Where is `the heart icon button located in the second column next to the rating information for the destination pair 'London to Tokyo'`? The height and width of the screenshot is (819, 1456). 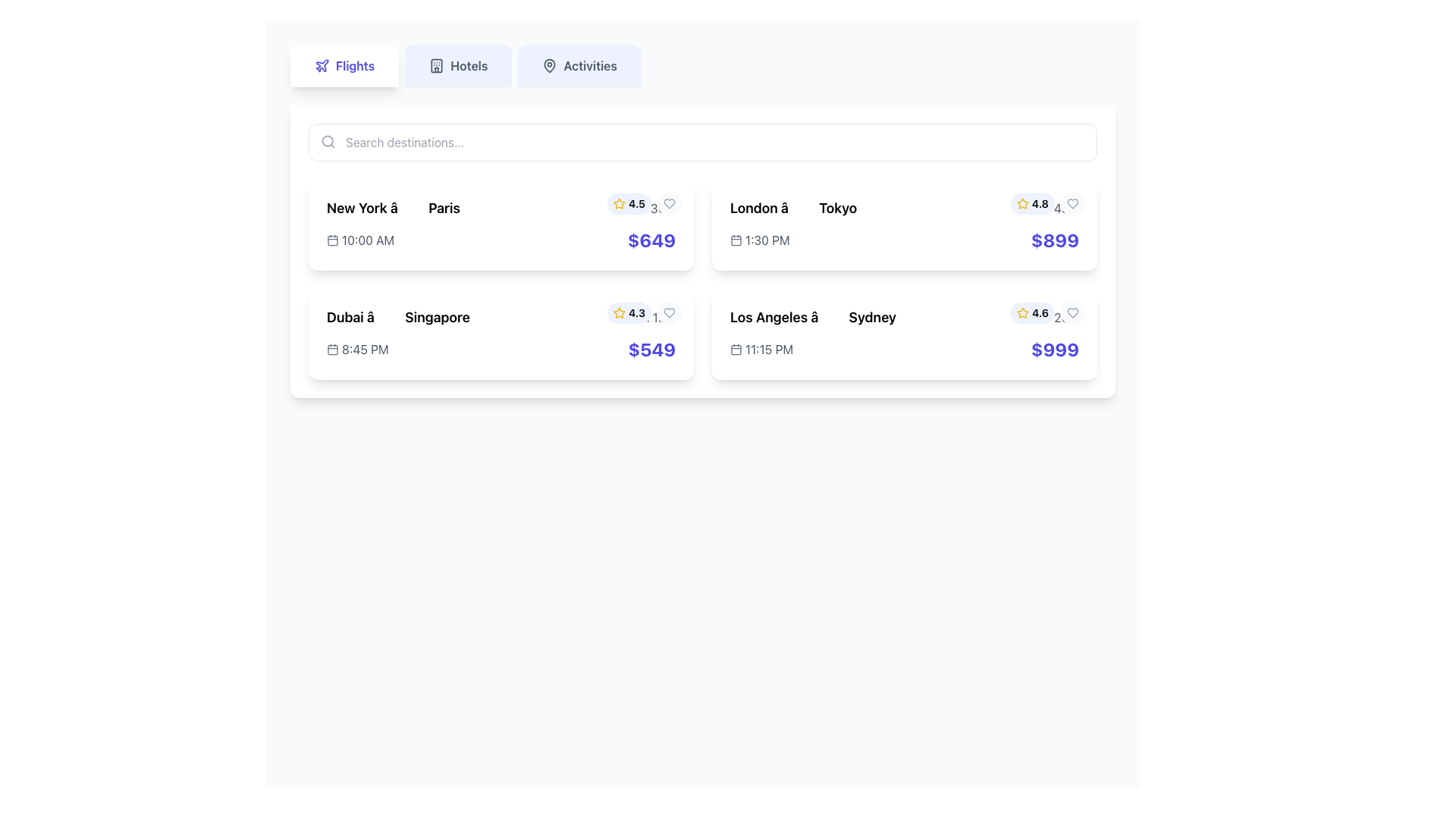 the heart icon button located in the second column next to the rating information for the destination pair 'London to Tokyo' is located at coordinates (1072, 203).